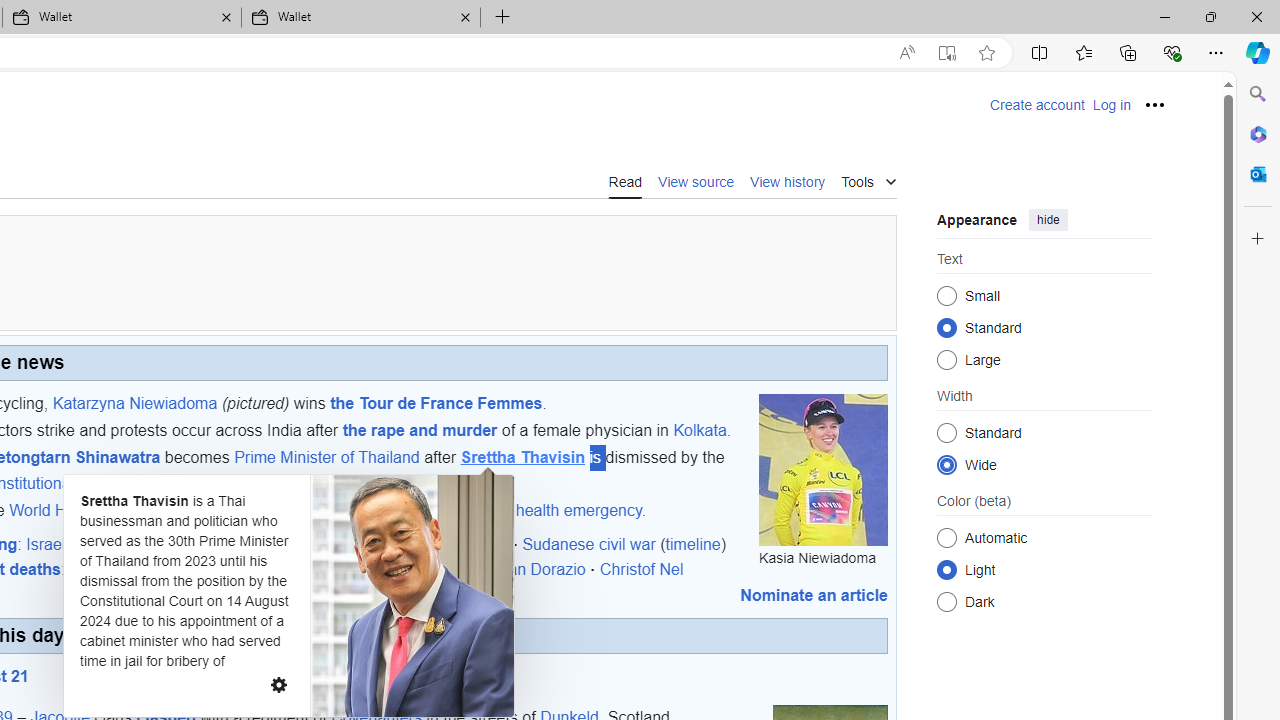  What do you see at coordinates (696, 181) in the screenshot?
I see `'View source'` at bounding box center [696, 181].